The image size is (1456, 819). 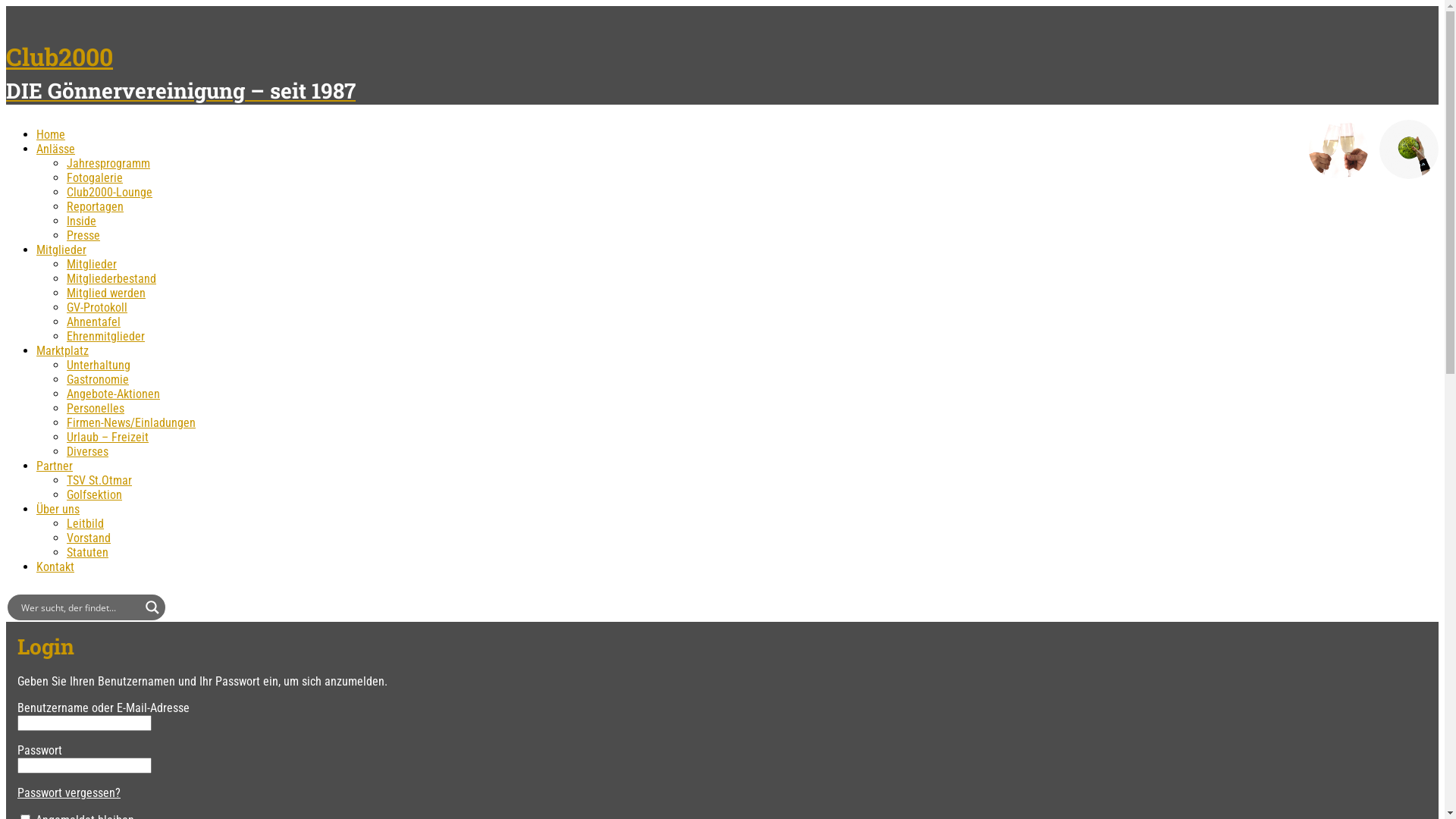 I want to click on 'Unterhaltung', so click(x=97, y=365).